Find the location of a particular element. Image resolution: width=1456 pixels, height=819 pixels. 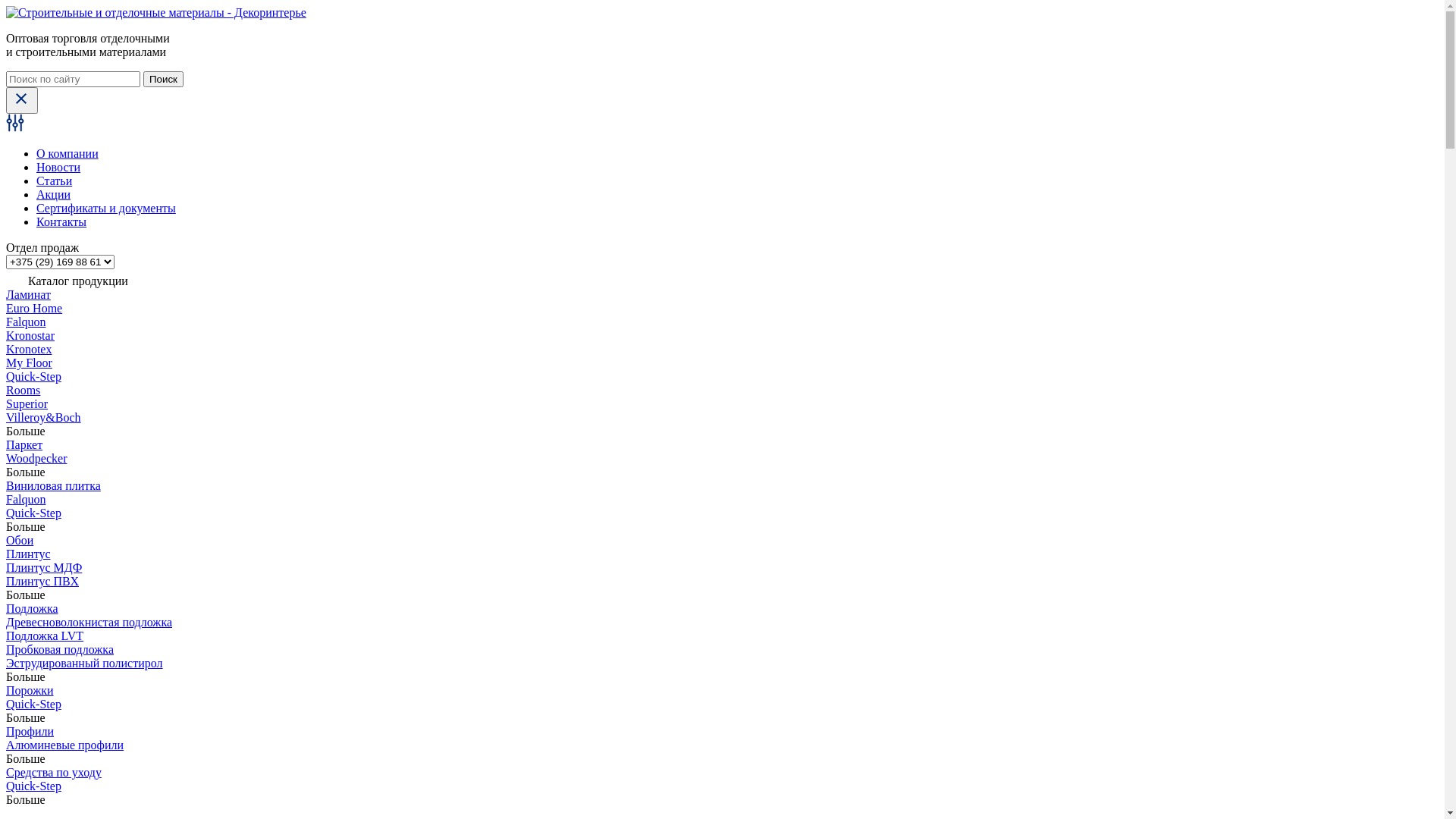

'Rooms' is located at coordinates (23, 389).